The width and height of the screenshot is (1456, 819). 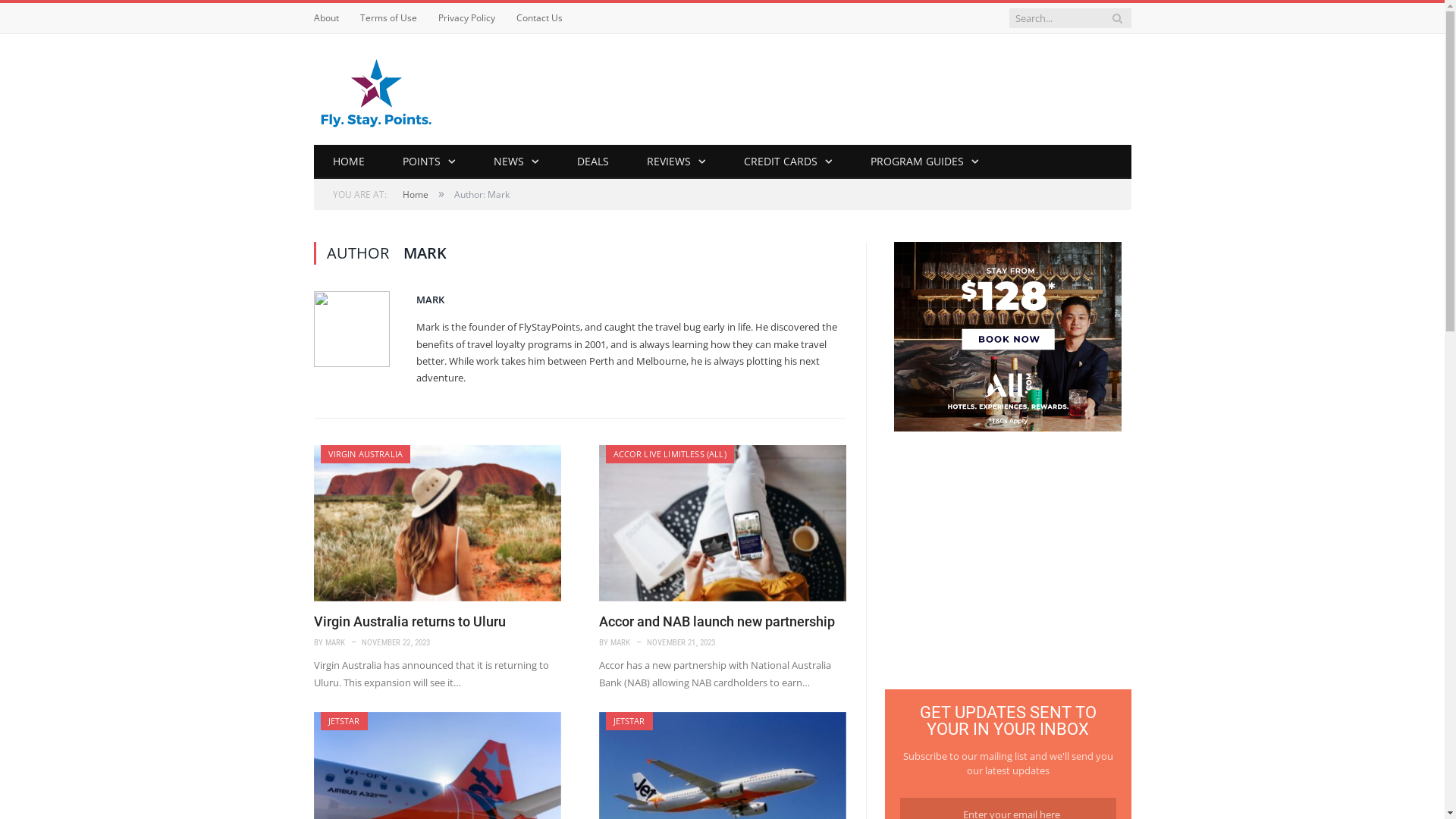 What do you see at coordinates (376, 89) in the screenshot?
I see `'Fly Stay Points'` at bounding box center [376, 89].